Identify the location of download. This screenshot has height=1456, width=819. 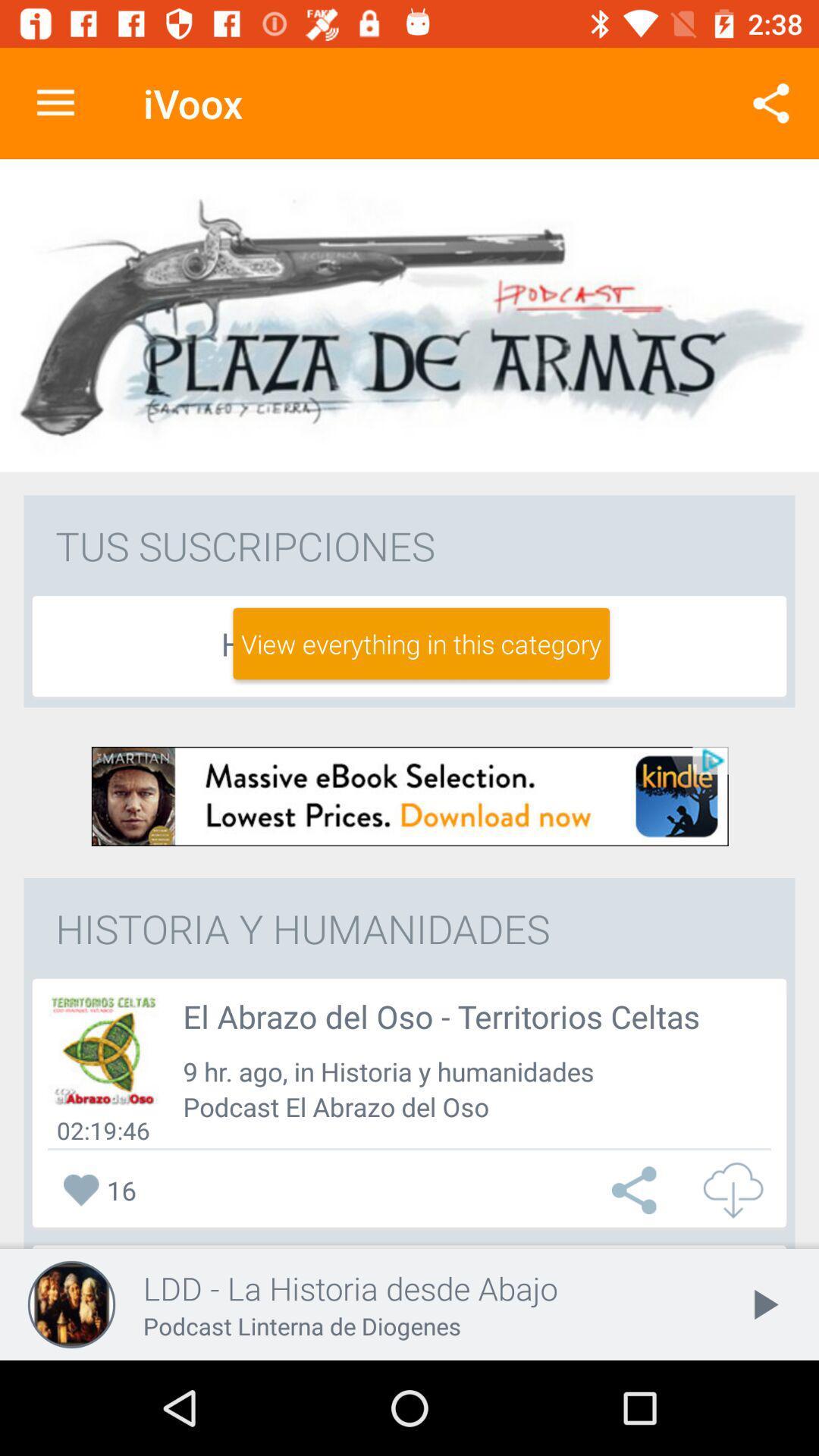
(409, 795).